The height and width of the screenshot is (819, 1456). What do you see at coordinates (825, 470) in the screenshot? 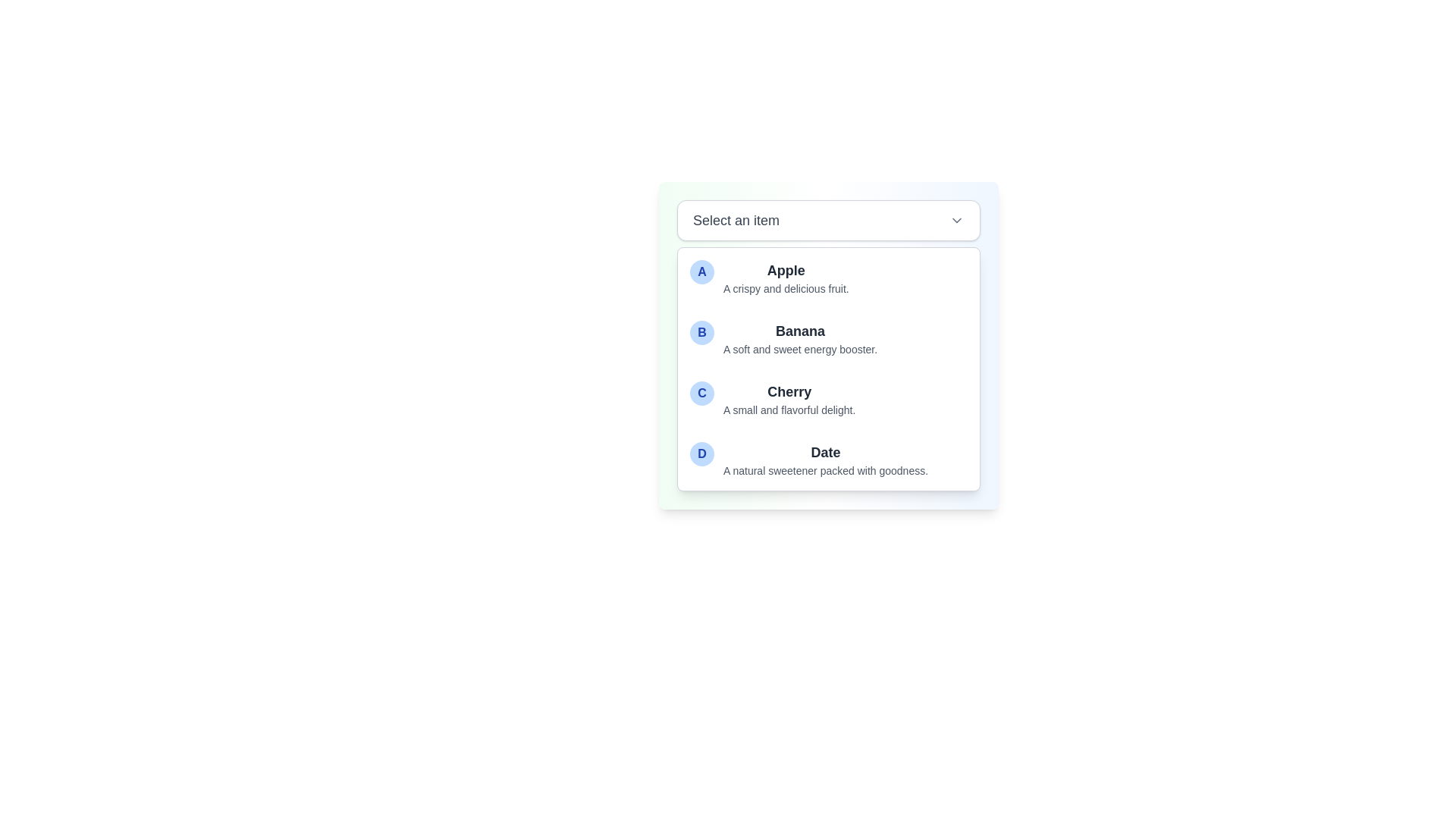
I see `information provided in the Text label located below the 'D Date' option in the dropdown menu` at bounding box center [825, 470].